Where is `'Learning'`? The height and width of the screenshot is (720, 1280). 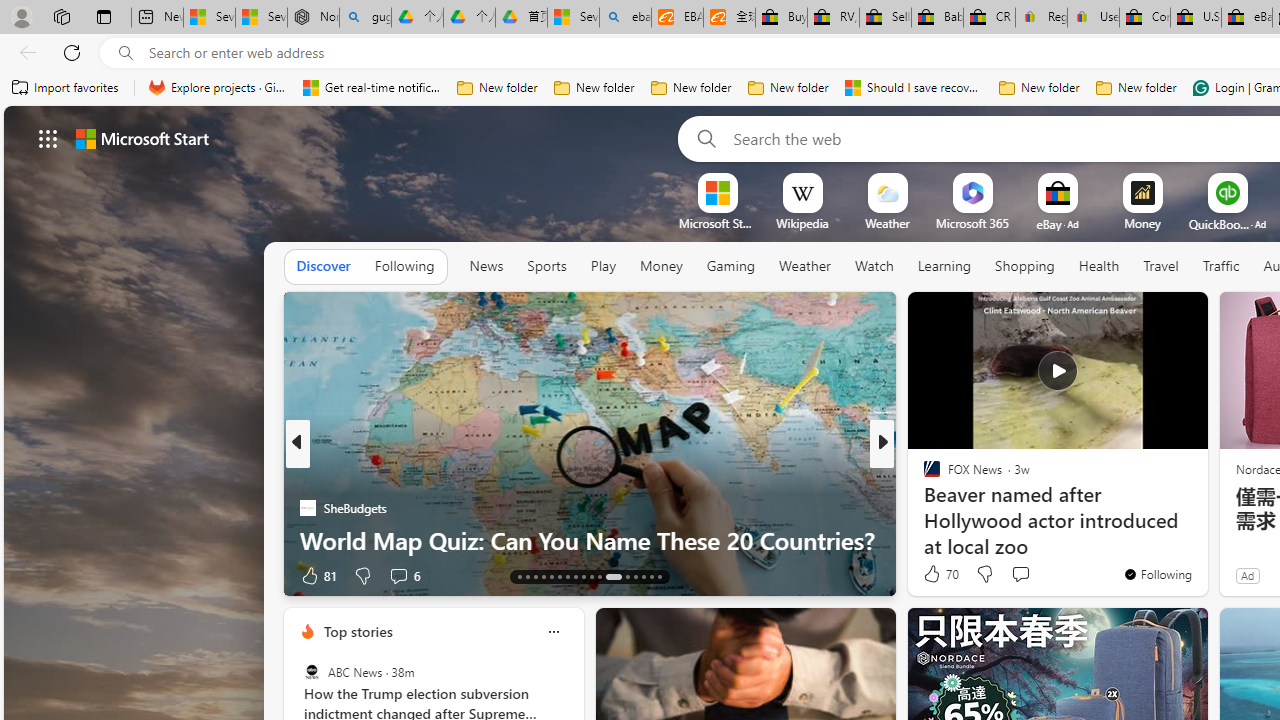
'Learning' is located at coordinates (943, 266).